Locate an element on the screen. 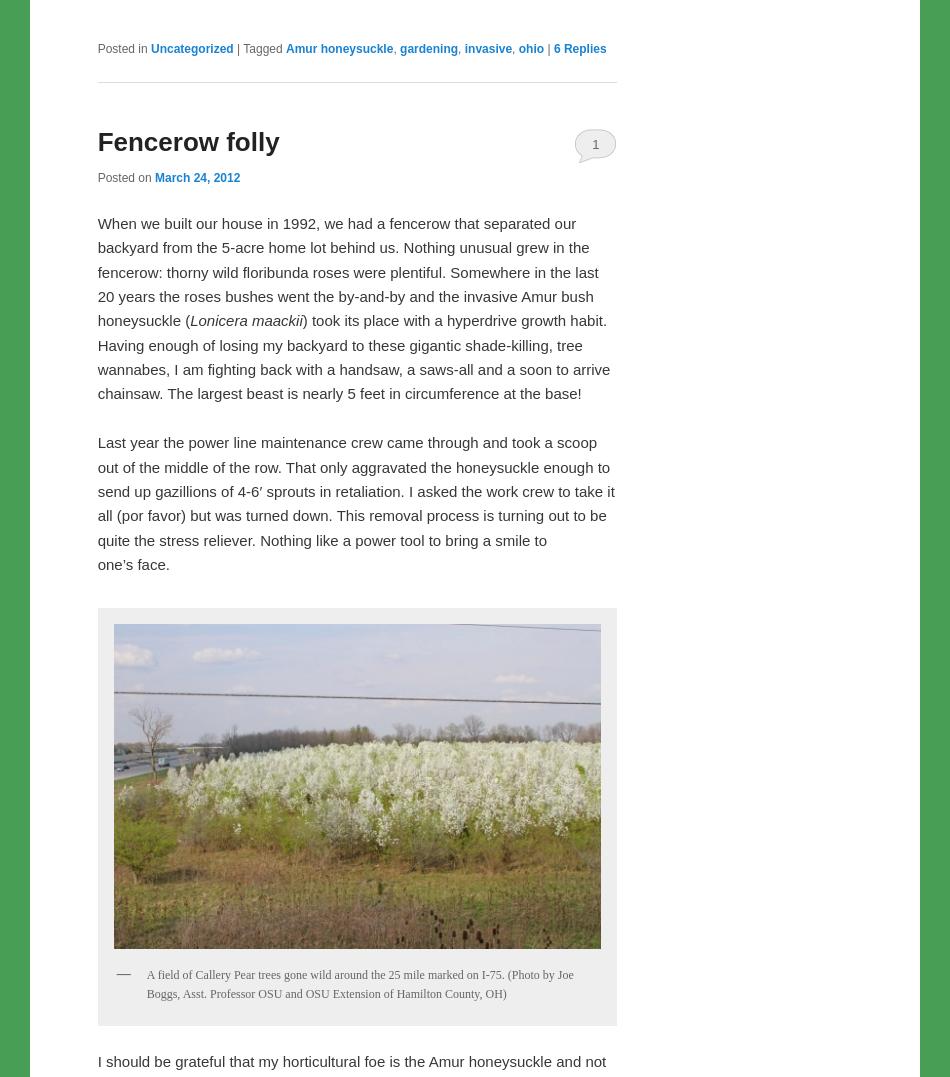  'Tagged' is located at coordinates (261, 48).